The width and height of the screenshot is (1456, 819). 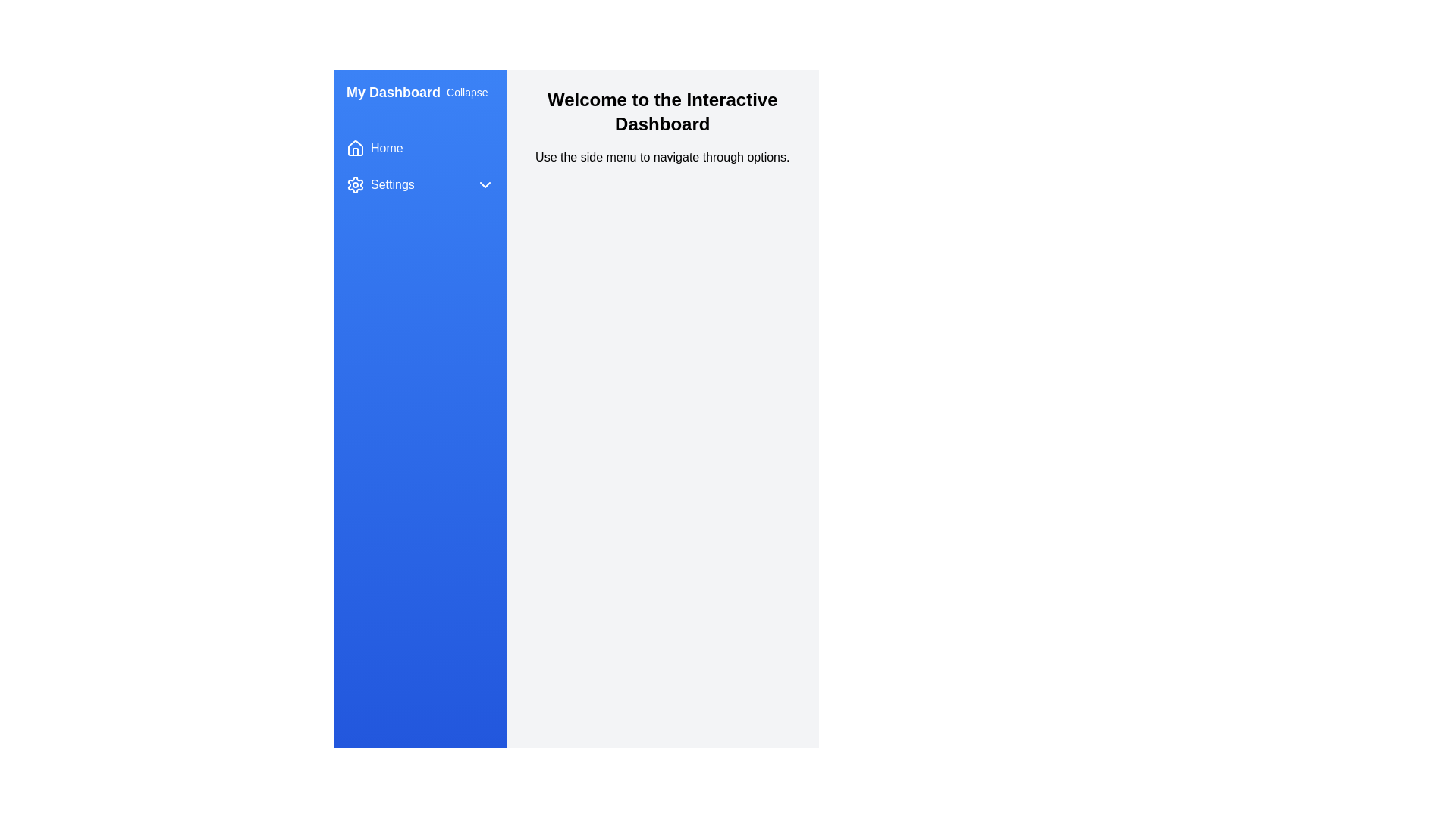 I want to click on the gear-like icon on the blue background adjacent to the 'Settings' label, so click(x=355, y=184).